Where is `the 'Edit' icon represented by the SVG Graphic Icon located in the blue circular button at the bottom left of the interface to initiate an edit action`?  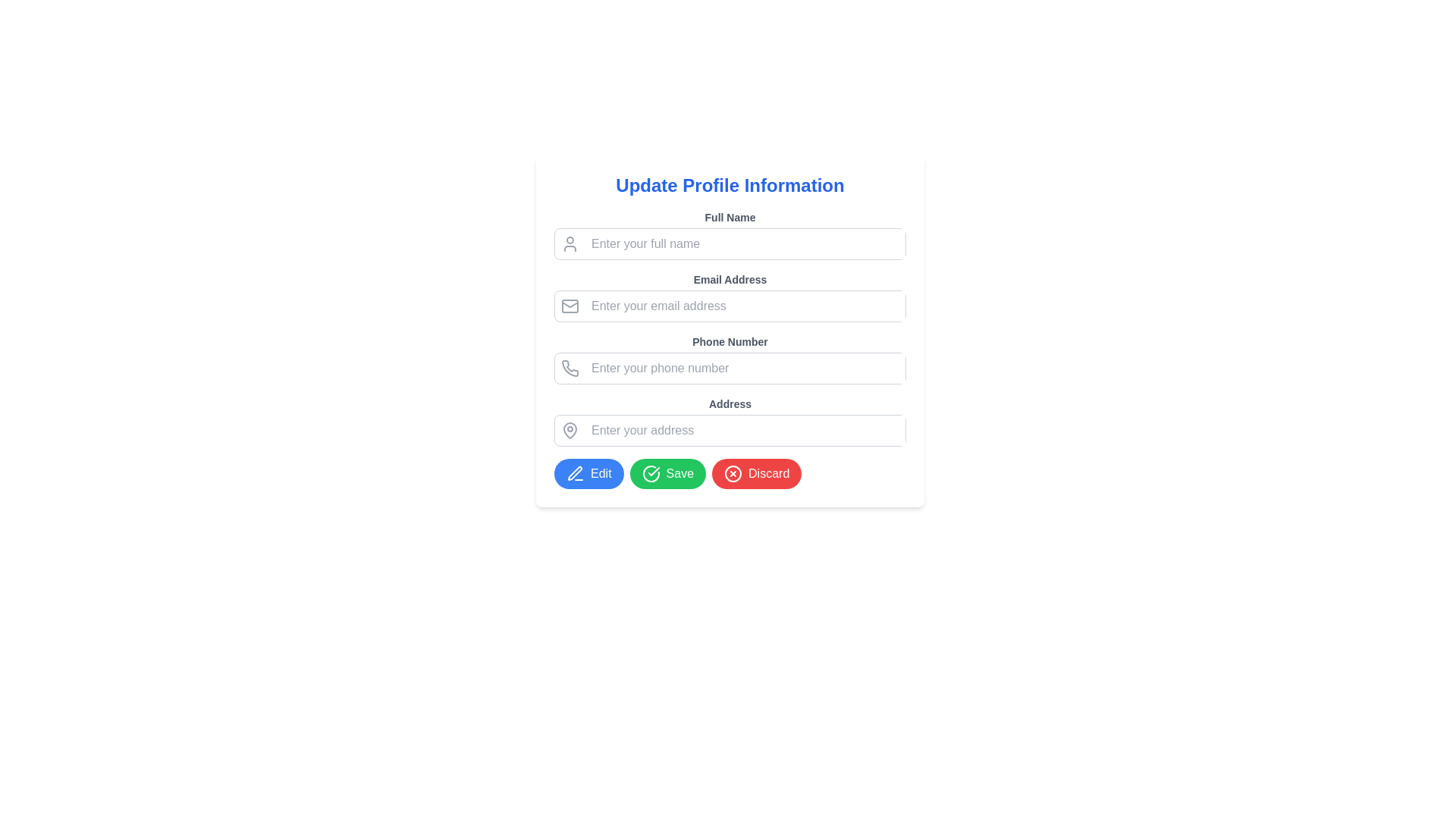
the 'Edit' icon represented by the SVG Graphic Icon located in the blue circular button at the bottom left of the interface to initiate an edit action is located at coordinates (574, 472).